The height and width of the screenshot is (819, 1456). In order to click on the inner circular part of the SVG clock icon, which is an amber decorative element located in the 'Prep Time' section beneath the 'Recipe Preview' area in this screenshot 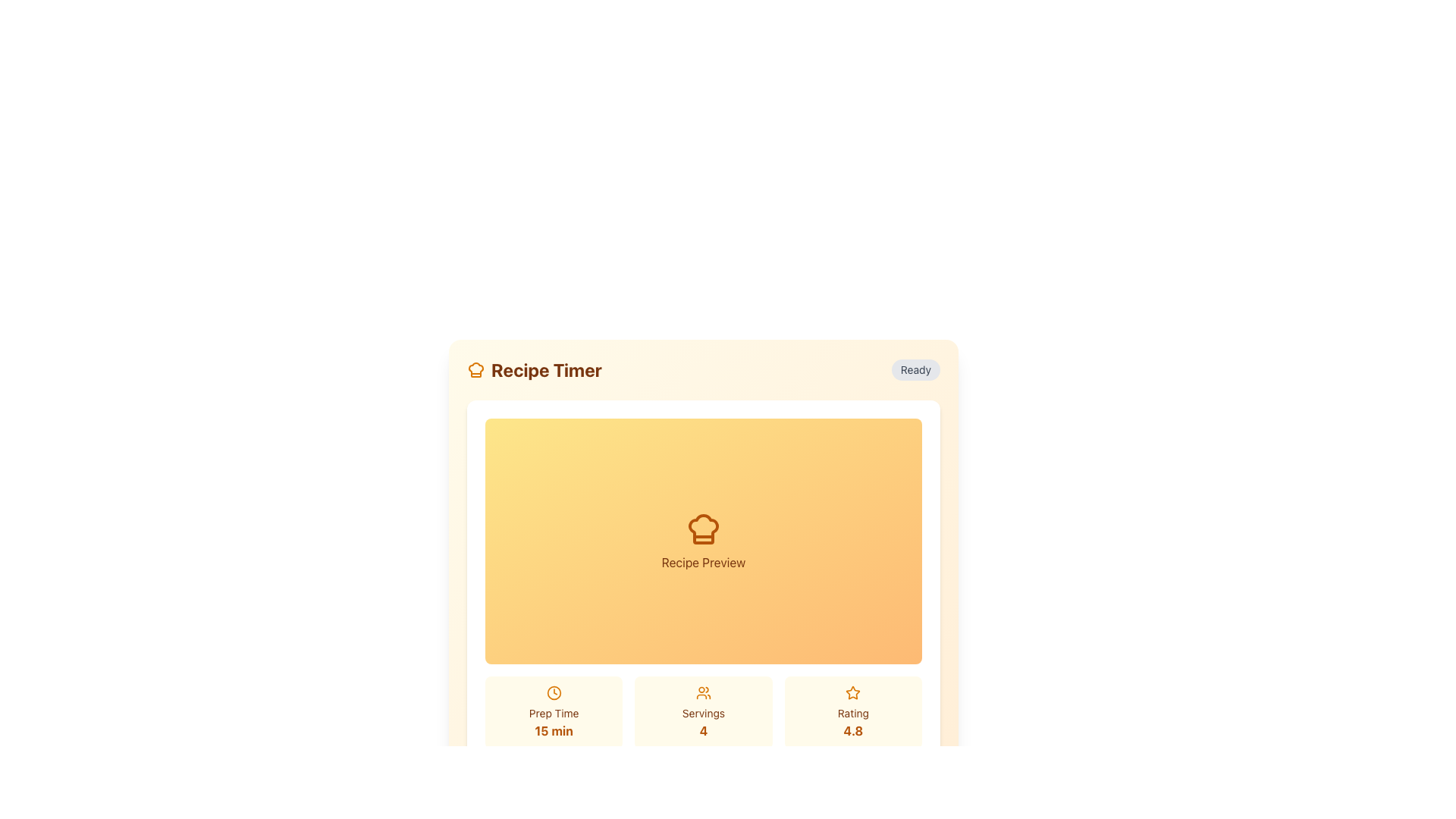, I will do `click(553, 693)`.